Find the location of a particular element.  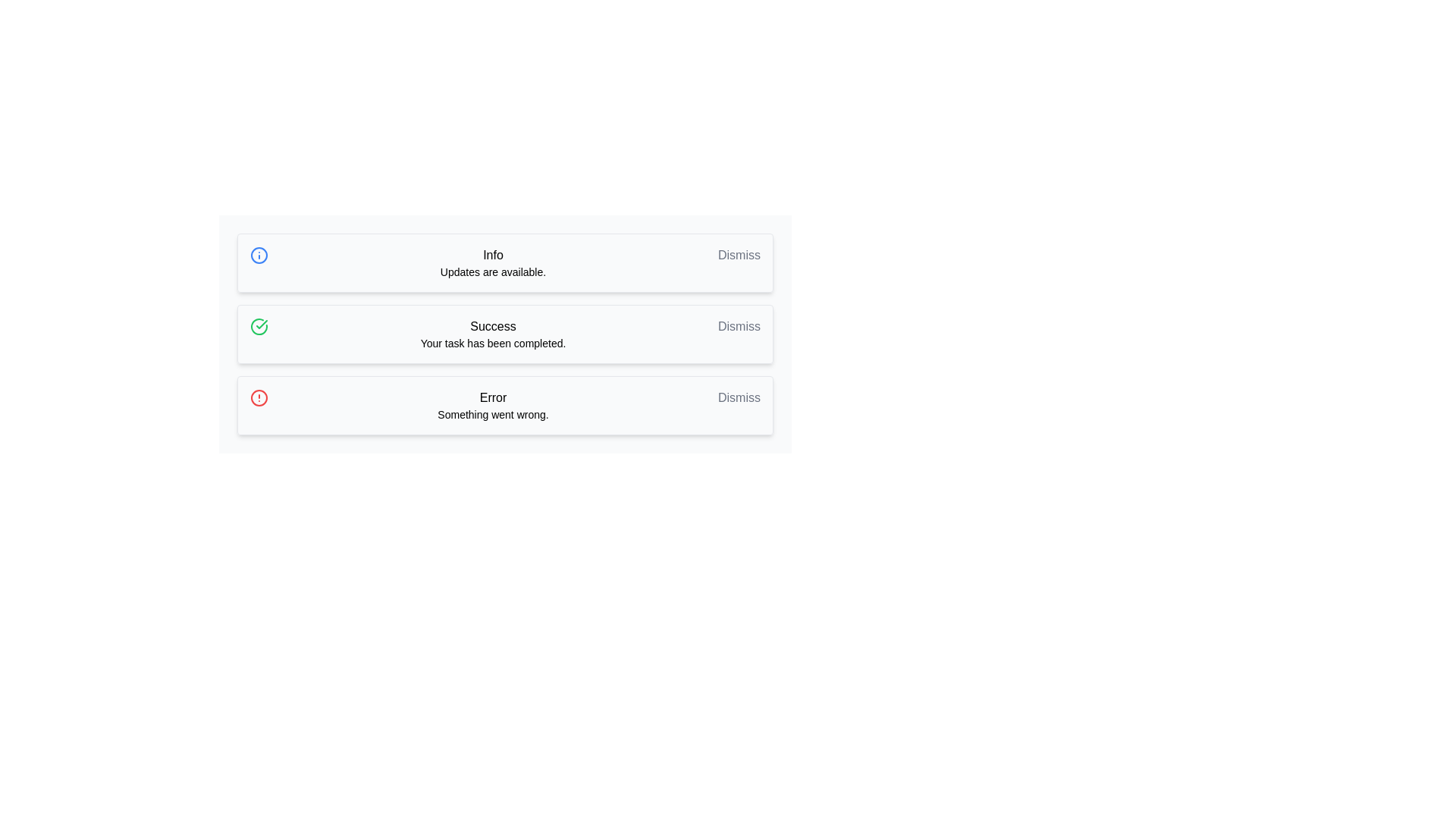

error message displayed in the third Notification card at the bottom of the notifications list is located at coordinates (505, 405).